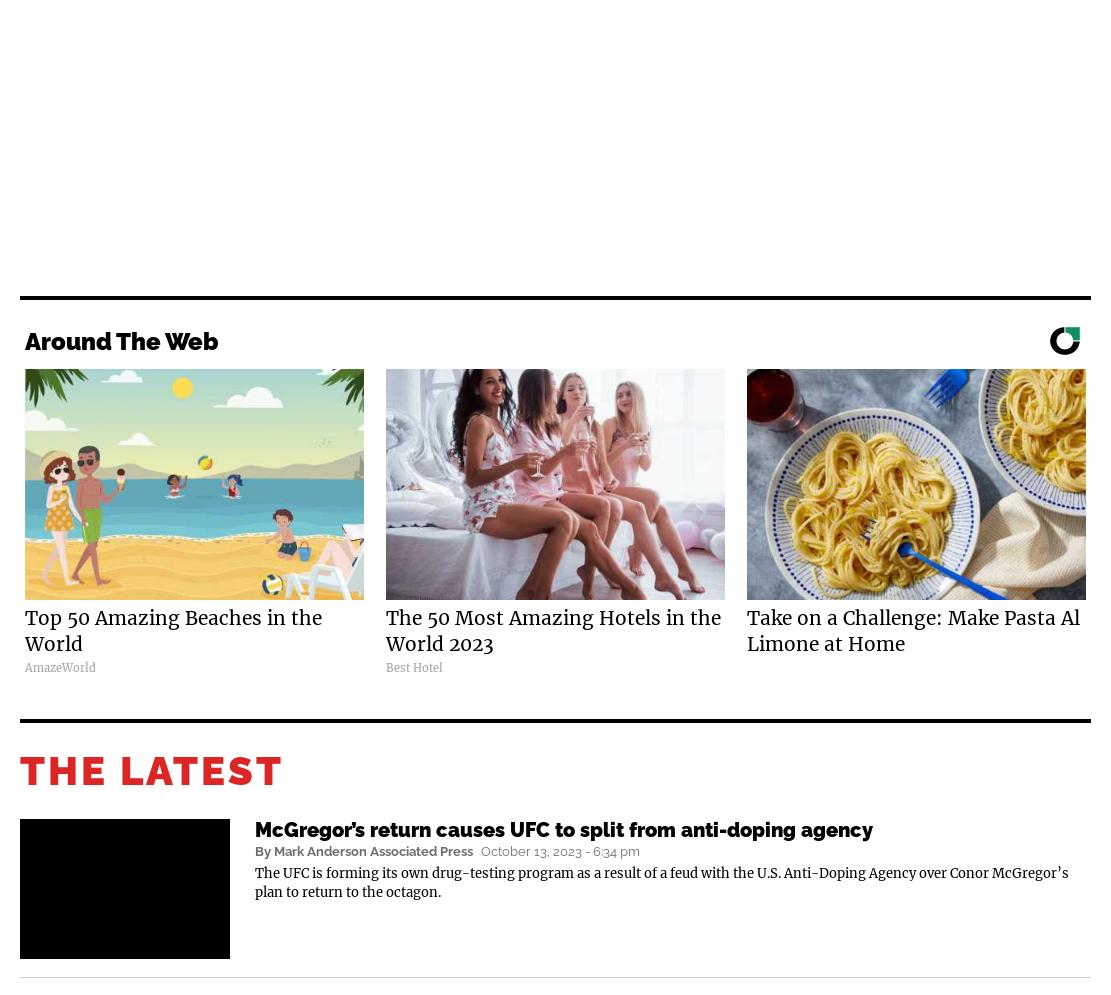 Image resolution: width=1111 pixels, height=995 pixels. Describe the element at coordinates (559, 851) in the screenshot. I see `'October 13, 2023 - 6:34 pm'` at that location.